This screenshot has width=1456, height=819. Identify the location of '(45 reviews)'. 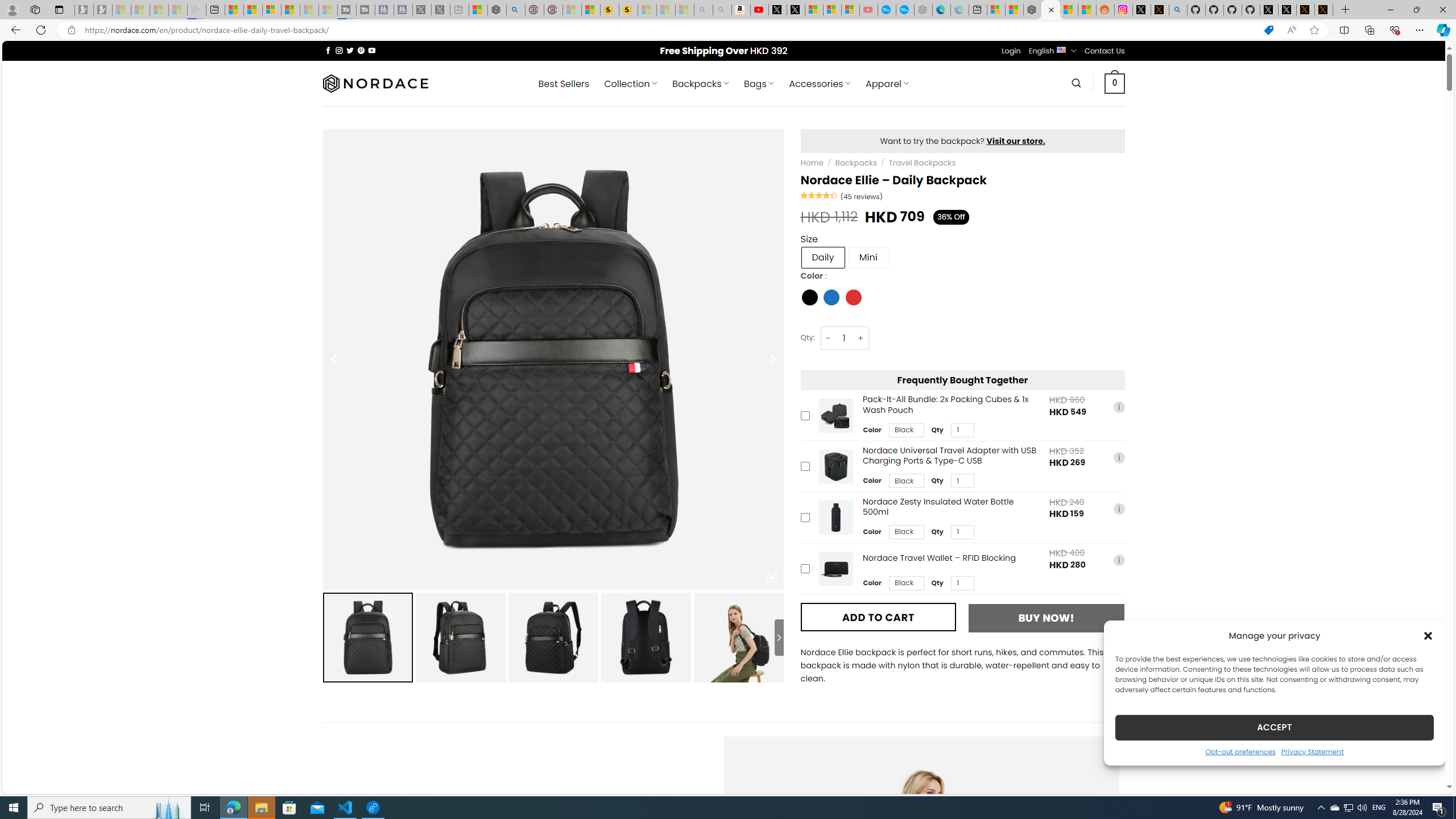
(861, 196).